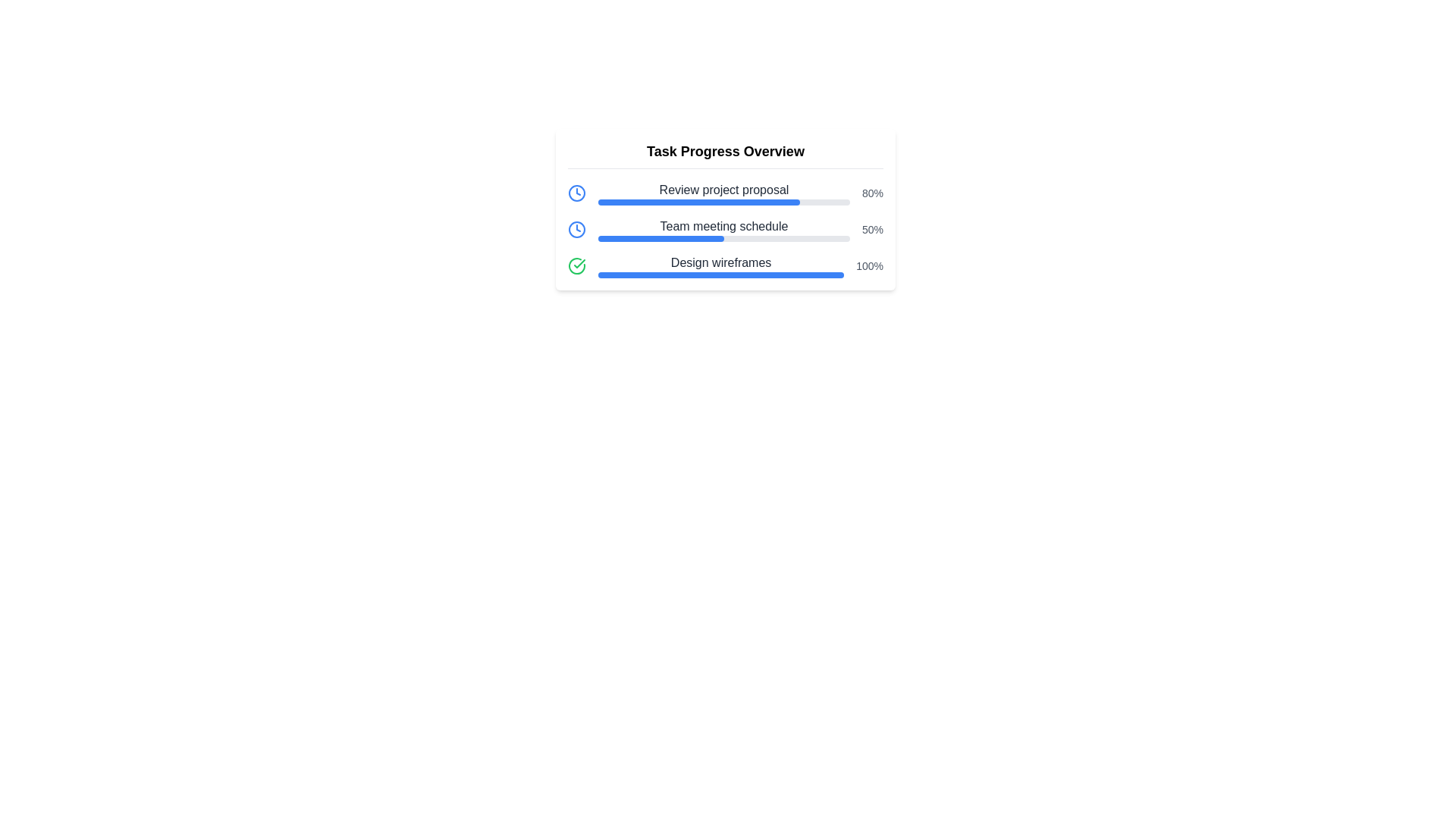  What do you see at coordinates (723, 227) in the screenshot?
I see `text label 'Team meeting schedule' which is the second item in a list of tasks, positioned below 'Review project proposal' and above 'Design wireframes'` at bounding box center [723, 227].